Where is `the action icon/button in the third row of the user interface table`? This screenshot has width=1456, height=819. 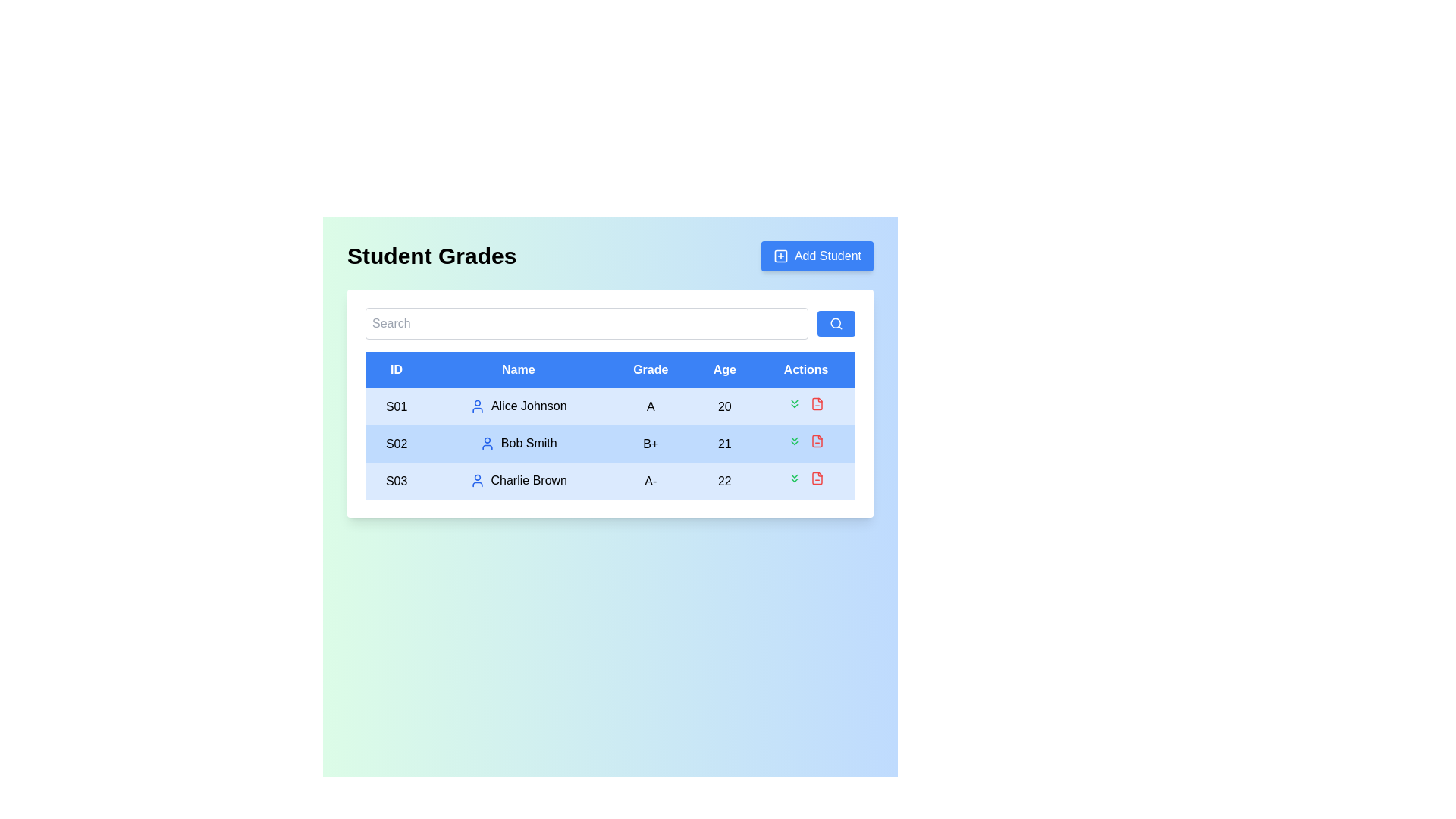
the action icon/button in the third row of the user interface table is located at coordinates (817, 403).